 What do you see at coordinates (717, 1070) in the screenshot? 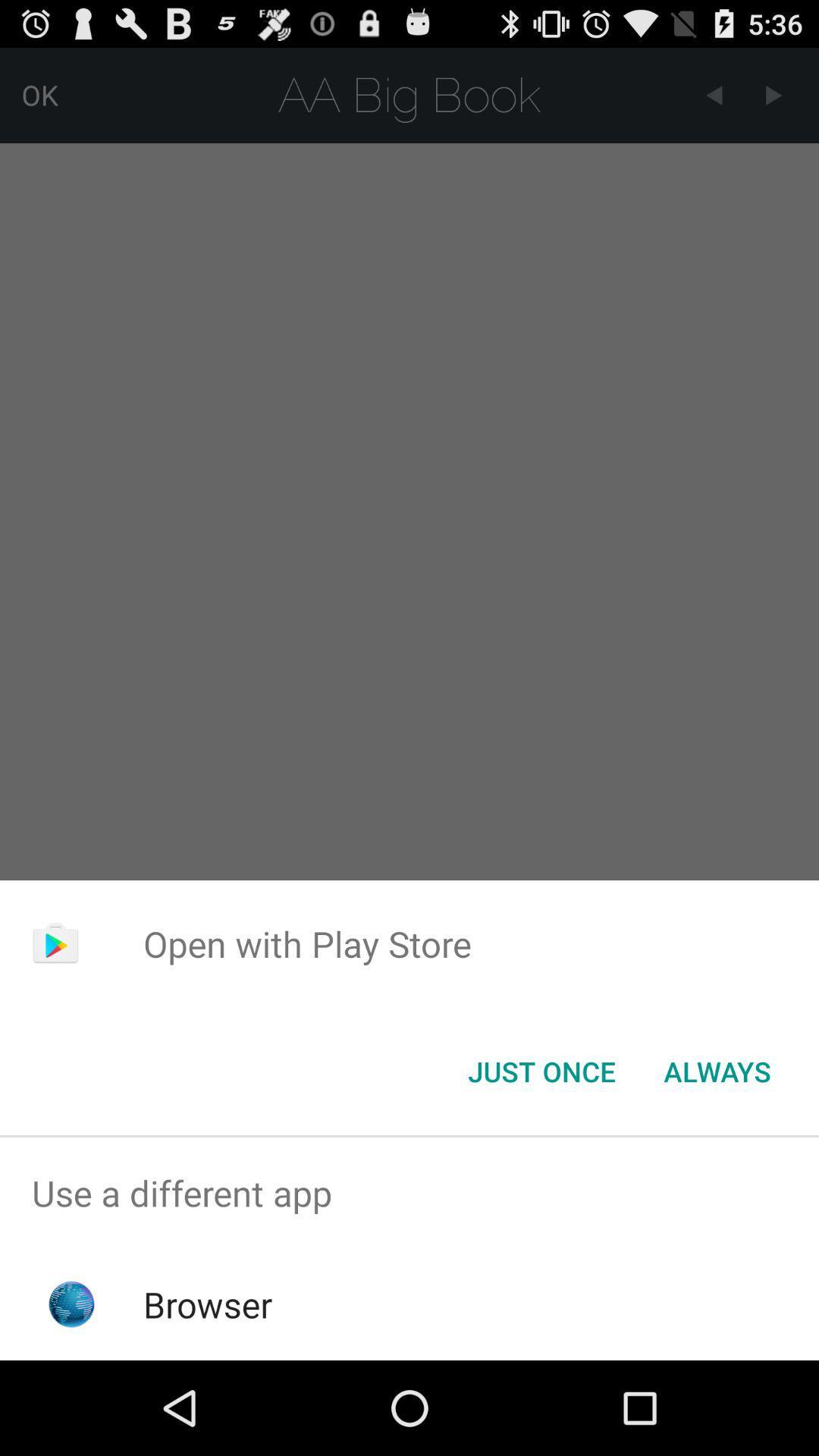
I see `button to the right of the just once button` at bounding box center [717, 1070].